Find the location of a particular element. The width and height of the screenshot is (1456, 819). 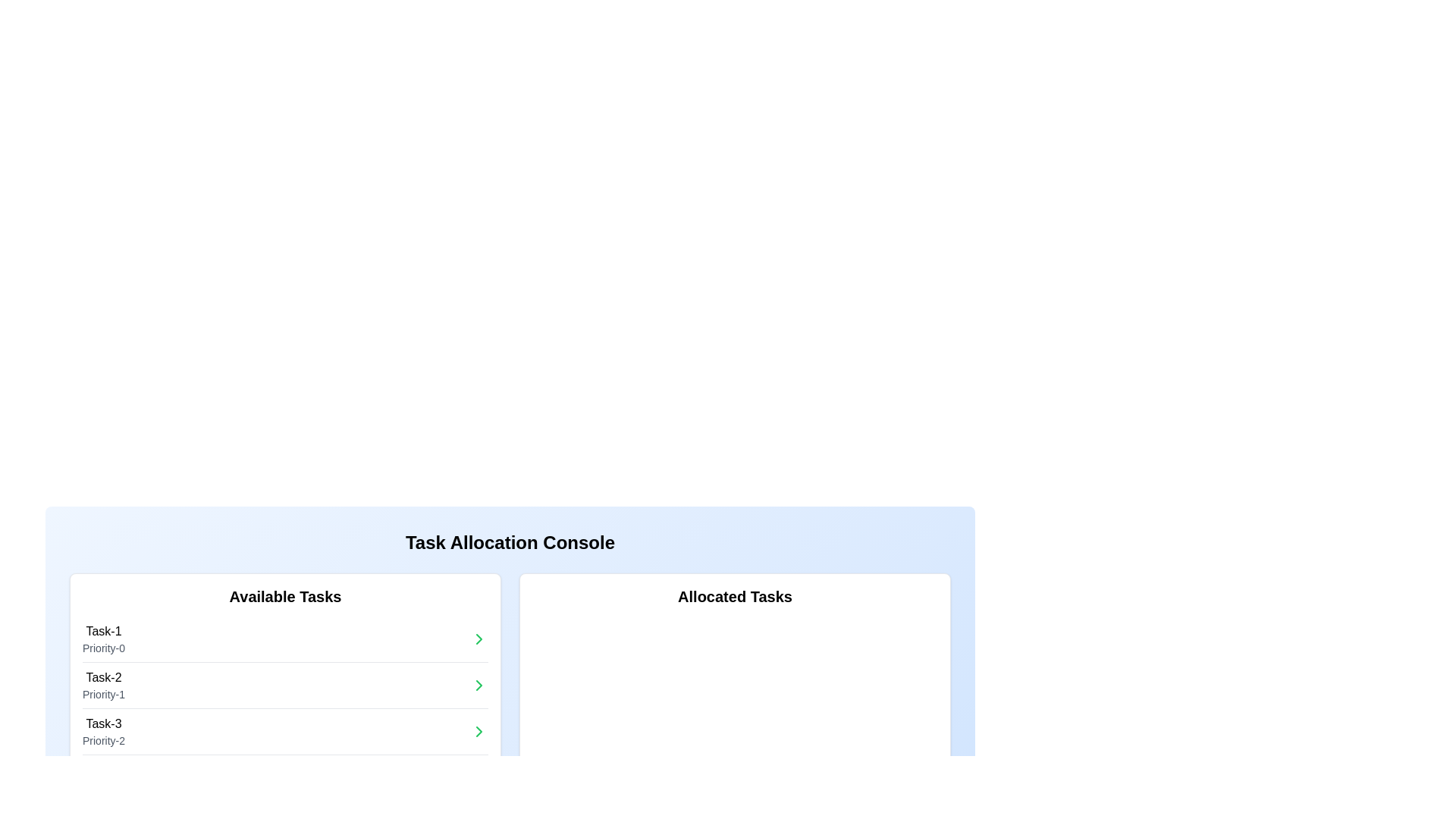

the 'Task-1' text label in the 'Available Tasks' section, which provides task details and priority information is located at coordinates (103, 639).